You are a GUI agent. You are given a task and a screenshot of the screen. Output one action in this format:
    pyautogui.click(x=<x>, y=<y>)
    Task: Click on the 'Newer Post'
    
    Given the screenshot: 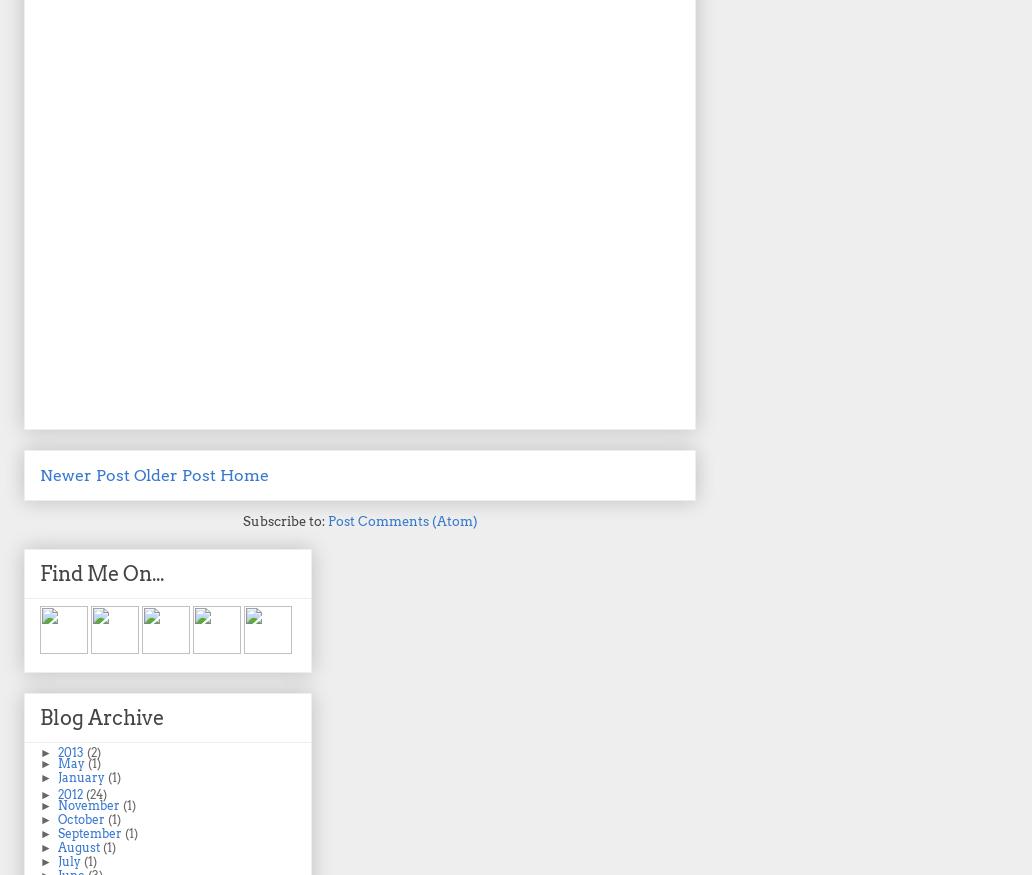 What is the action you would take?
    pyautogui.click(x=85, y=475)
    